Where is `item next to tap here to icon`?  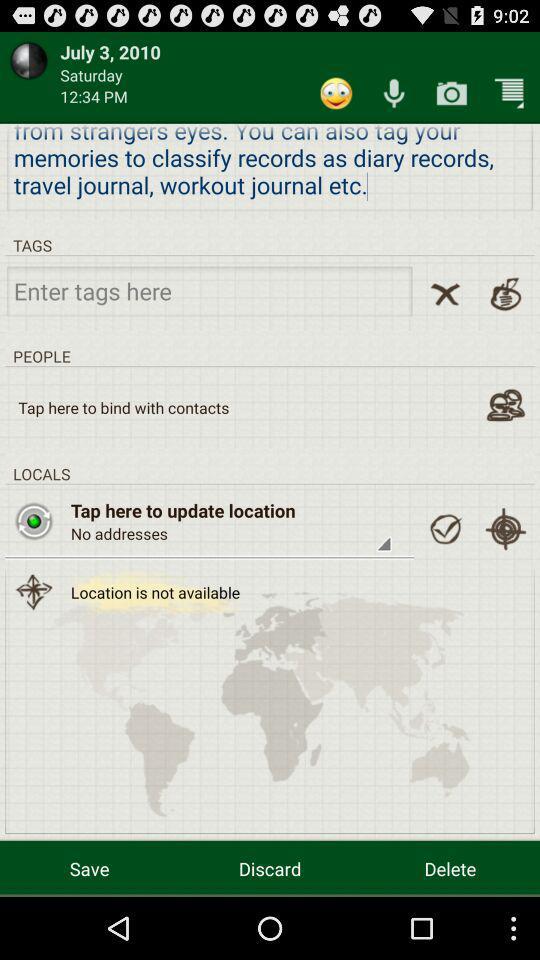 item next to tap here to icon is located at coordinates (445, 528).